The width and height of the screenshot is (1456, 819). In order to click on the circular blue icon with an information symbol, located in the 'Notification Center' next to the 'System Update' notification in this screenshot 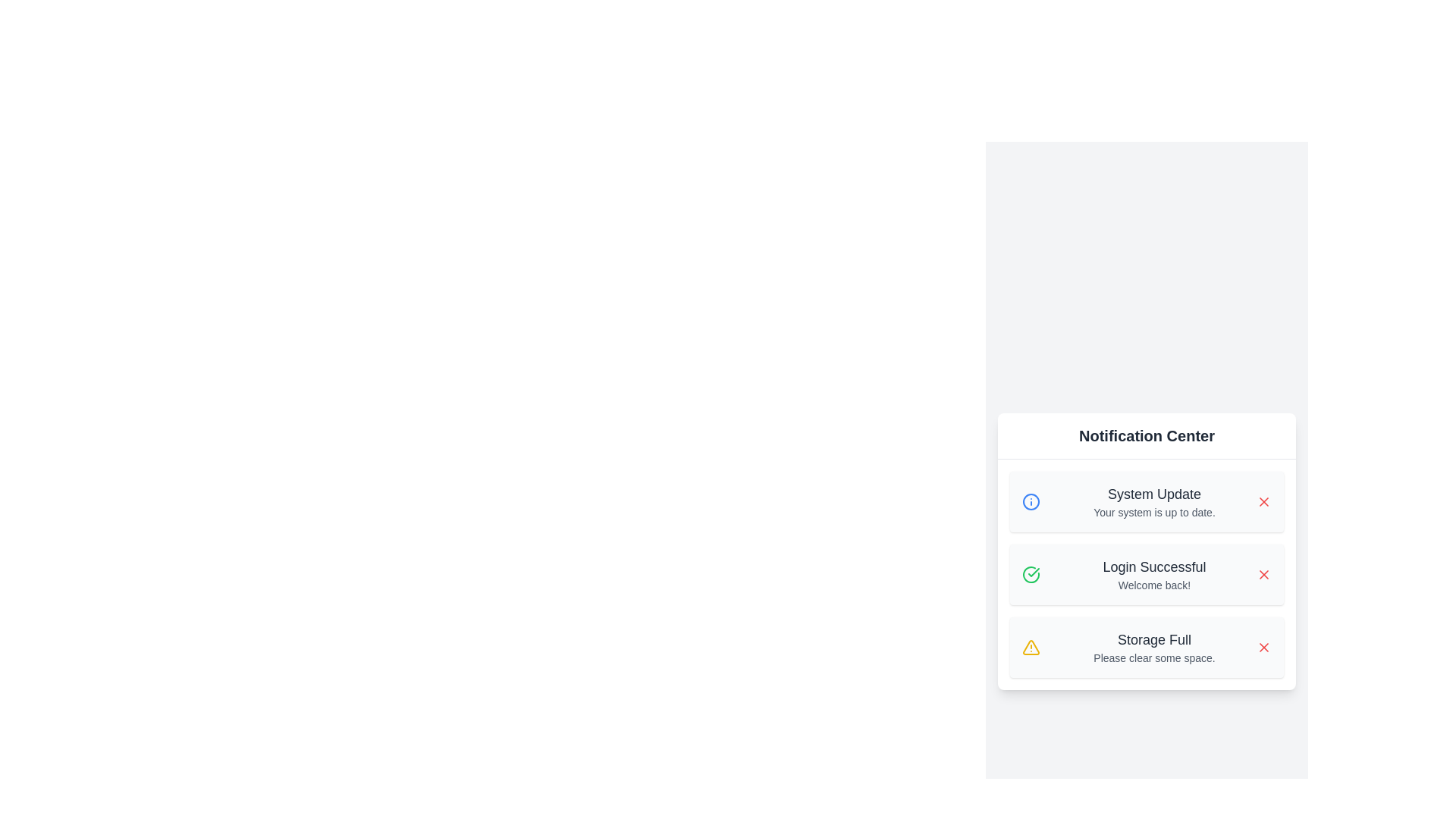, I will do `click(1031, 501)`.